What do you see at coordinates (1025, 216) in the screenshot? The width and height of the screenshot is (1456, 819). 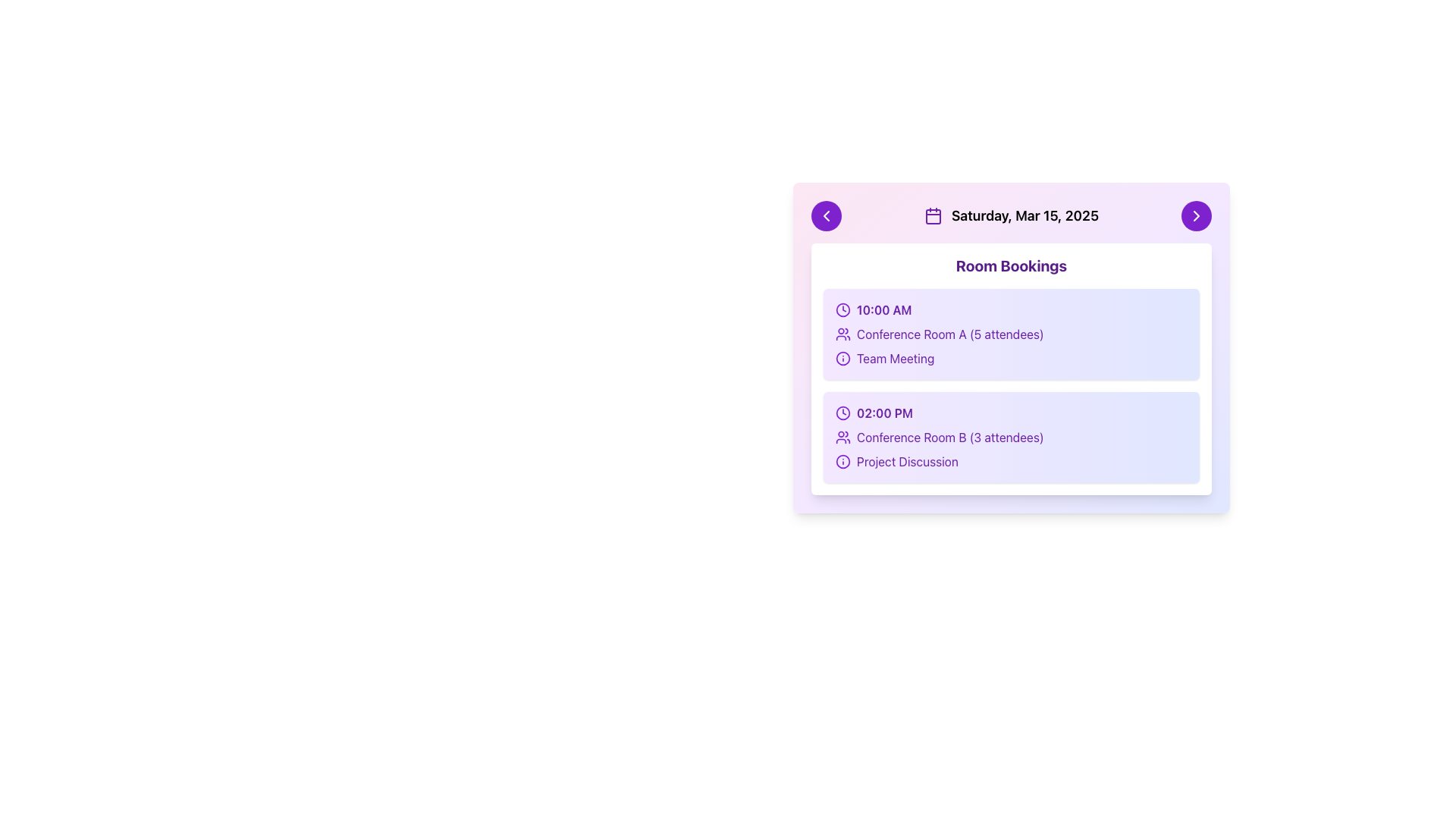 I see `the date indicator Text Label, which is positioned to the right of a calendar icon` at bounding box center [1025, 216].